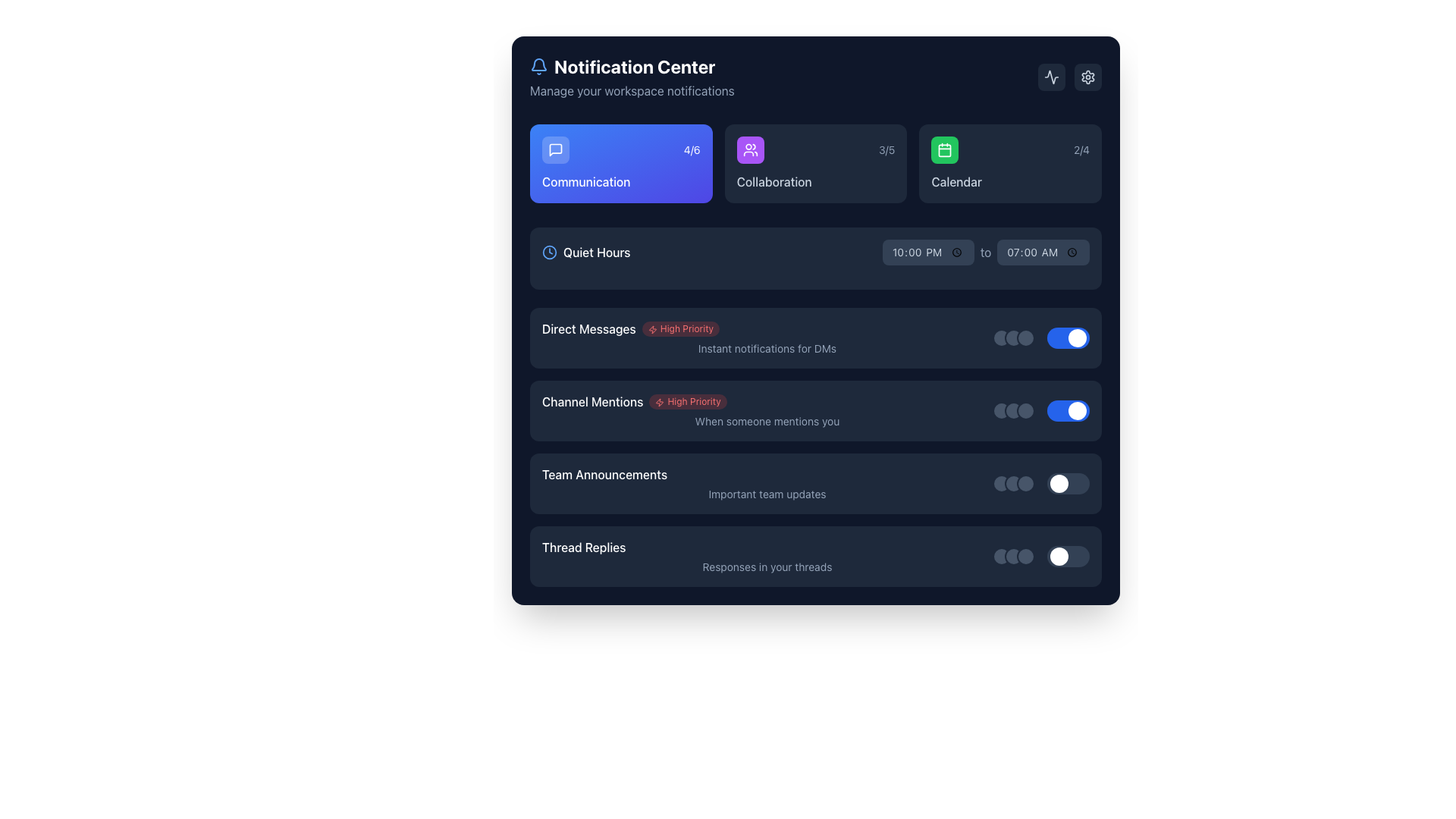  Describe the element at coordinates (814, 447) in the screenshot. I see `the notification toggle for 'Channel Mentions' in the second row of the notification preferences list` at that location.